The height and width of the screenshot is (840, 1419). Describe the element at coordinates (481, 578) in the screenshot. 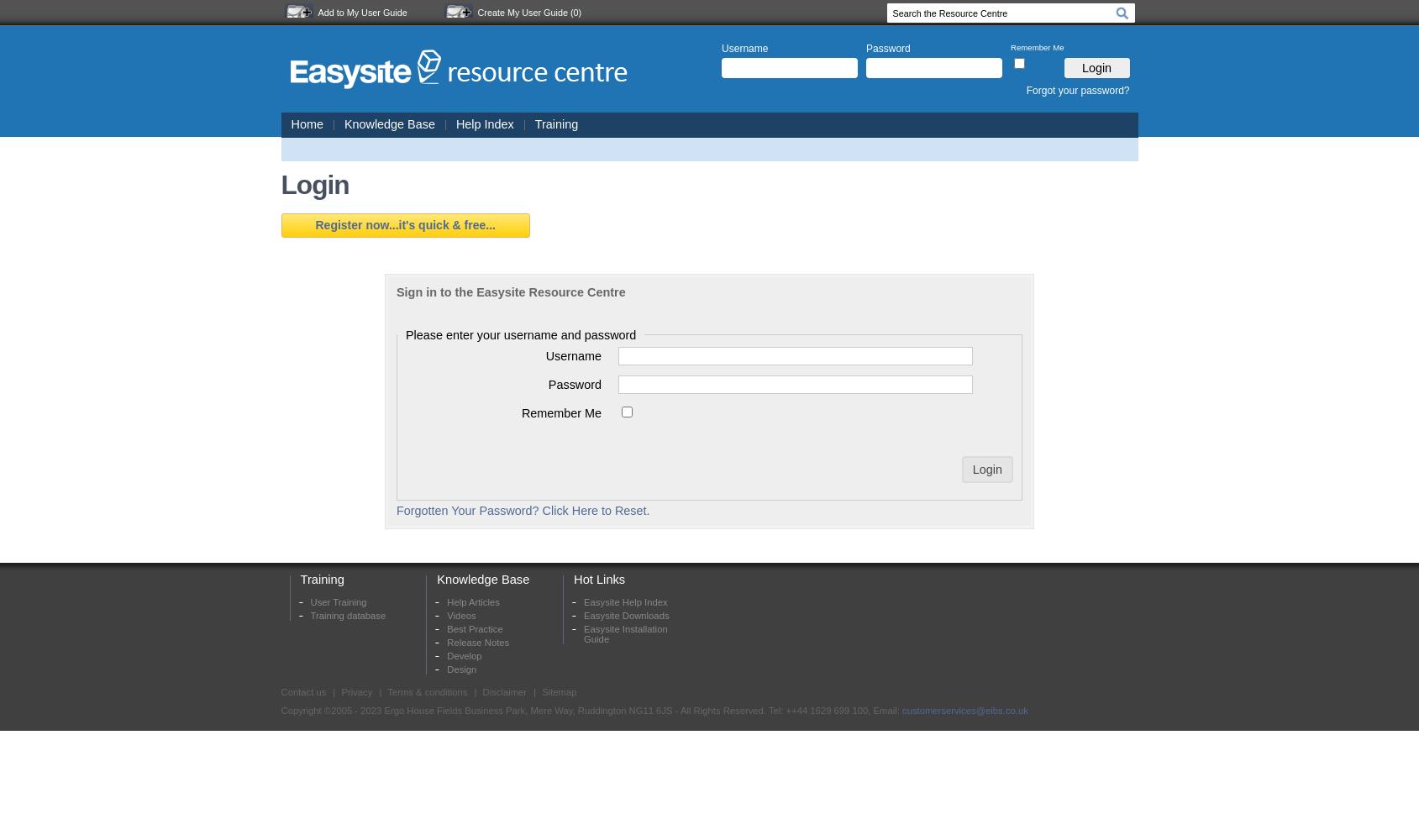

I see `'Knowledge Base'` at that location.